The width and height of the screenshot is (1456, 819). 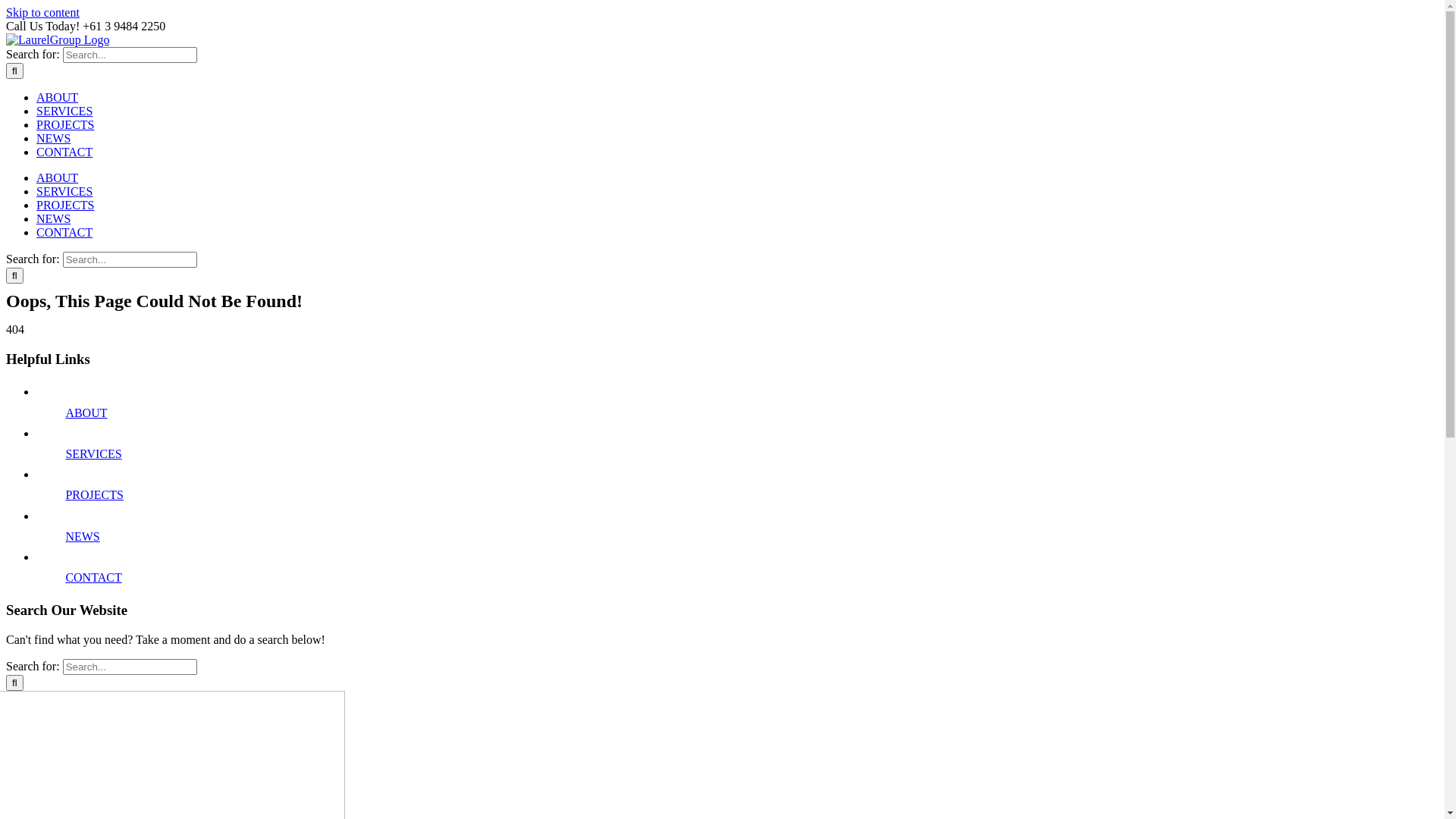 What do you see at coordinates (64, 232) in the screenshot?
I see `'CONTACT'` at bounding box center [64, 232].